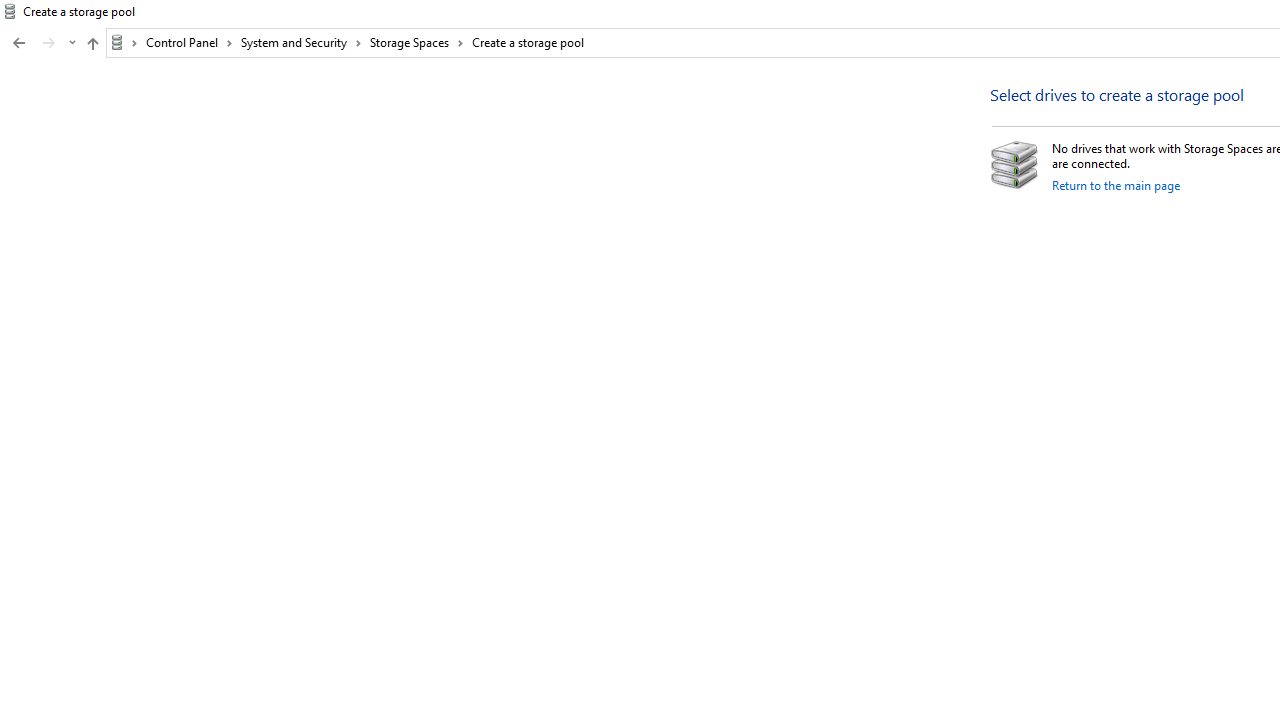 Image resolution: width=1280 pixels, height=720 pixels. I want to click on 'Return to the main page', so click(1115, 185).